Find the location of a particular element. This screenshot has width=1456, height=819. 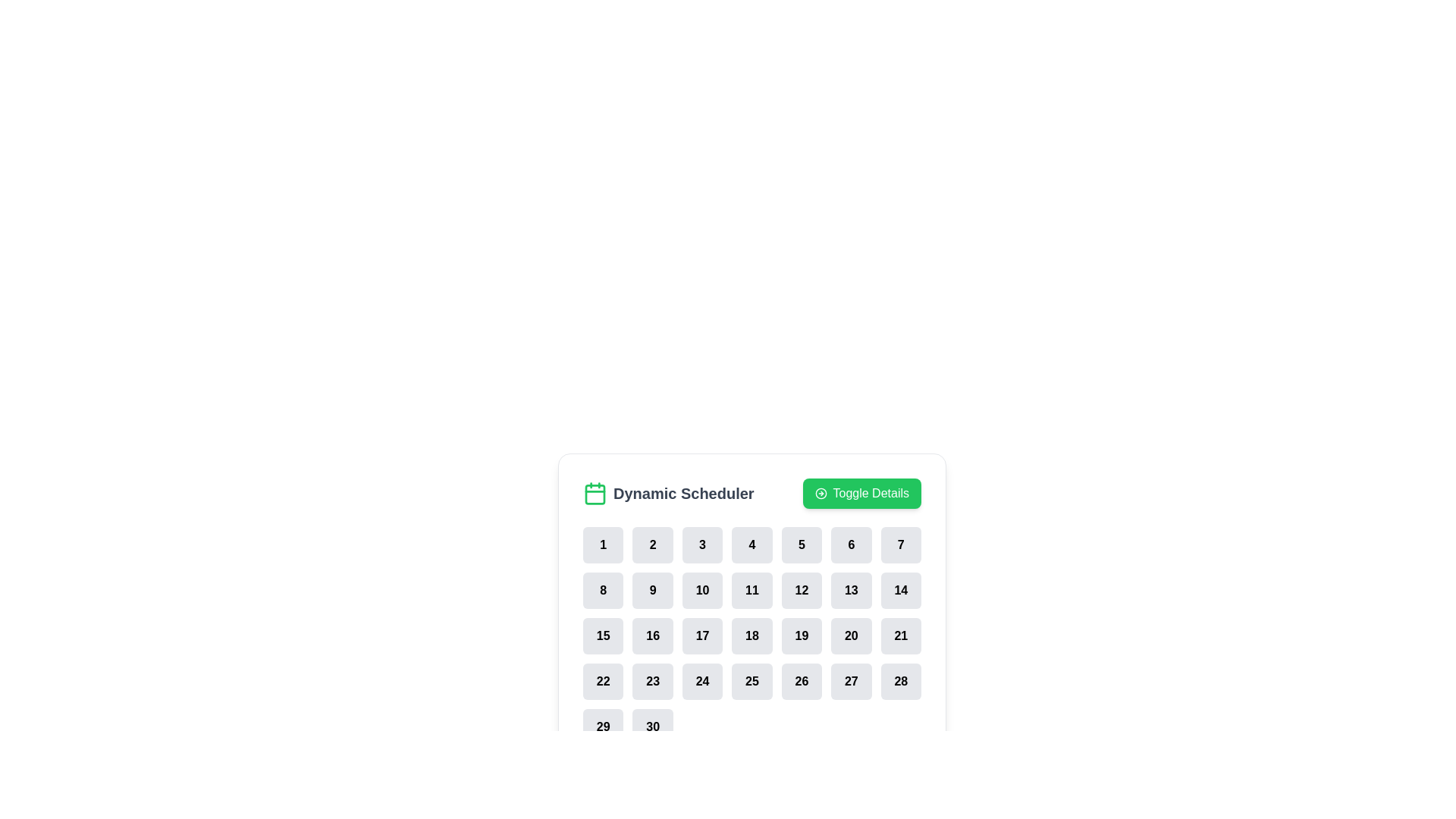

the Interactive Button displaying the number '27', which is the 6th item in the 4th row of a grid structure, to change its appearance is located at coordinates (851, 680).